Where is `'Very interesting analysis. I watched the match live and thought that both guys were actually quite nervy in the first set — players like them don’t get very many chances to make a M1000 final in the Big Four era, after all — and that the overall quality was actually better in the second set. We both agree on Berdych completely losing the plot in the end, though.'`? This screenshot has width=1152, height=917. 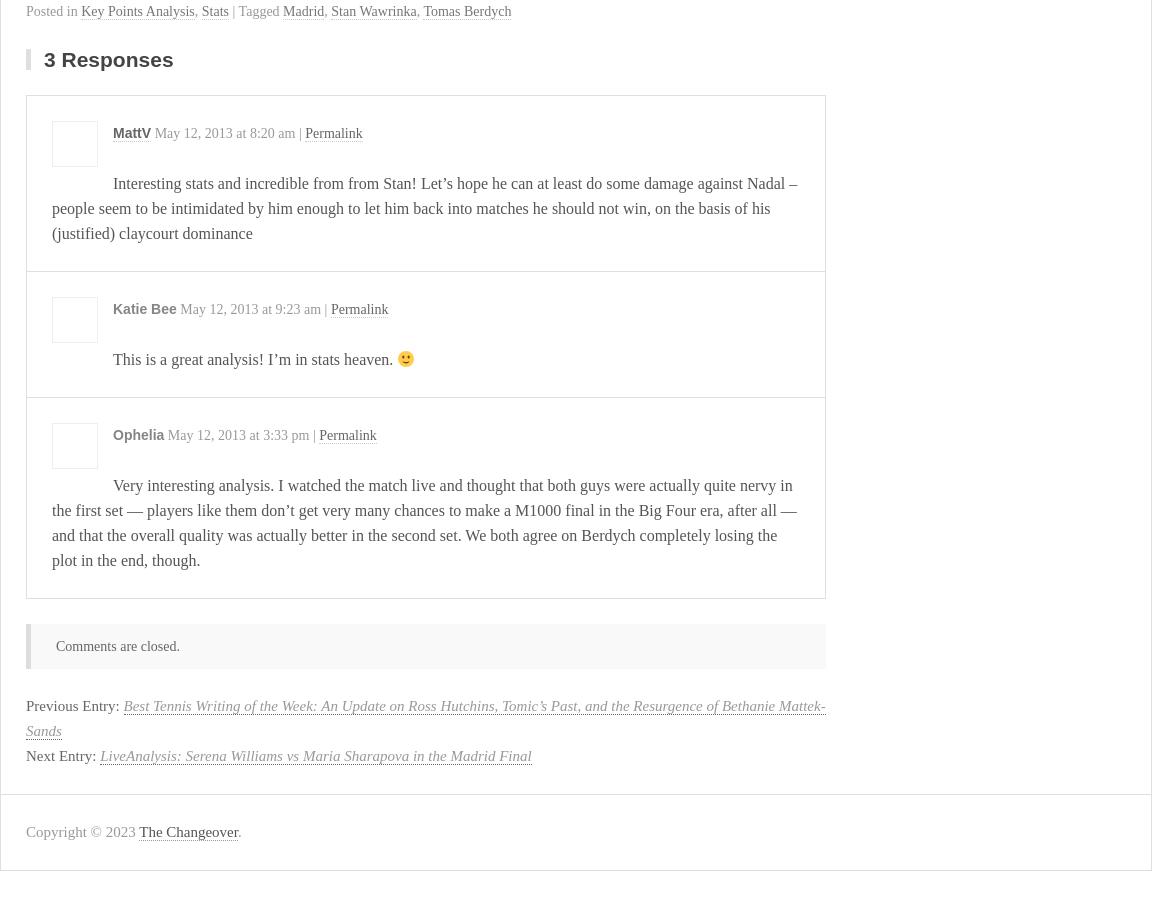 'Very interesting analysis. I watched the match live and thought that both guys were actually quite nervy in the first set — players like them don’t get very many chances to make a M1000 final in the Big Four era, after all — and that the overall quality was actually better in the second set. We both agree on Berdych completely losing the plot in the end, though.' is located at coordinates (423, 521).